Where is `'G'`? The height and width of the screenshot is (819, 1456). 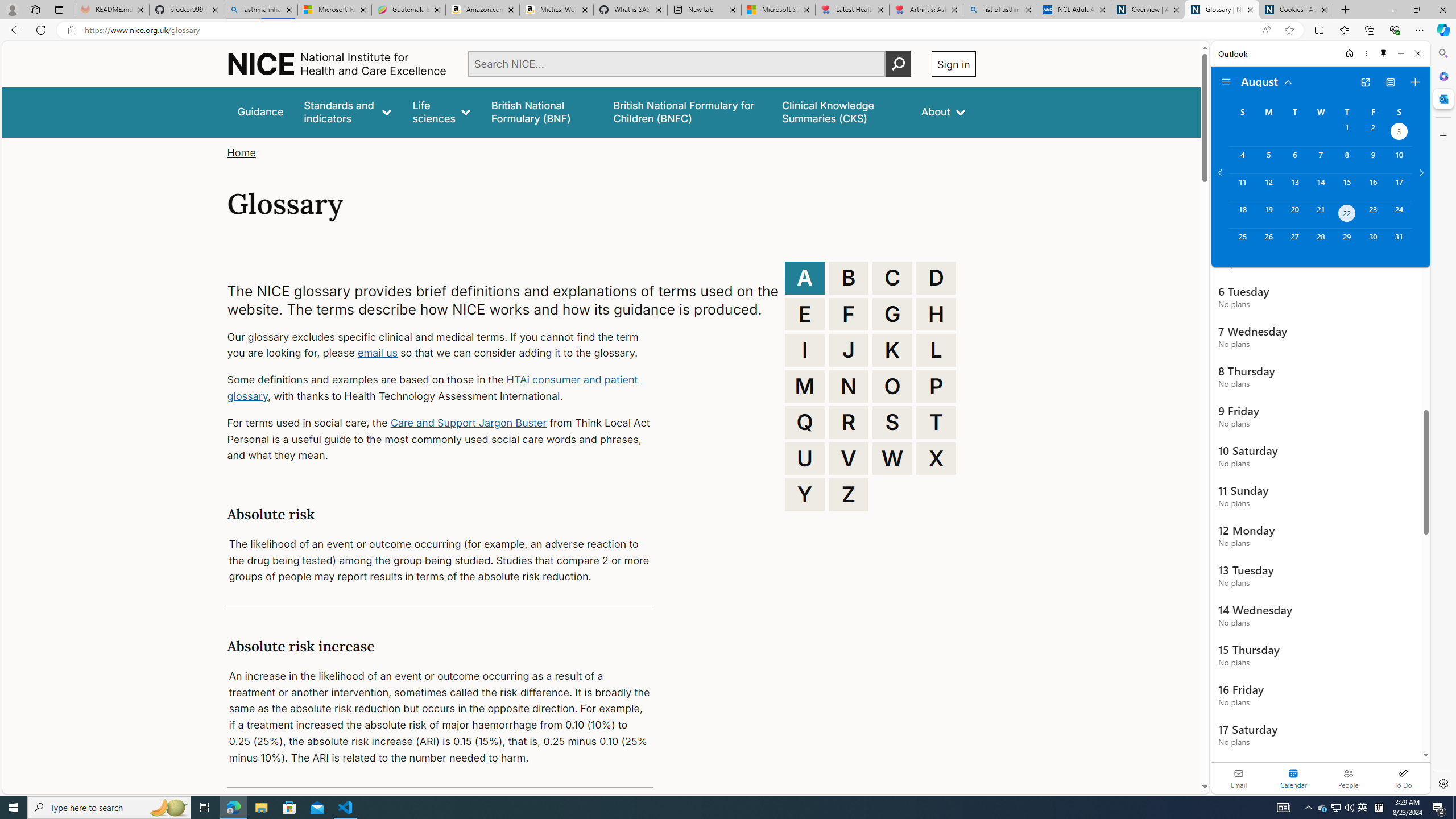 'G' is located at coordinates (892, 313).